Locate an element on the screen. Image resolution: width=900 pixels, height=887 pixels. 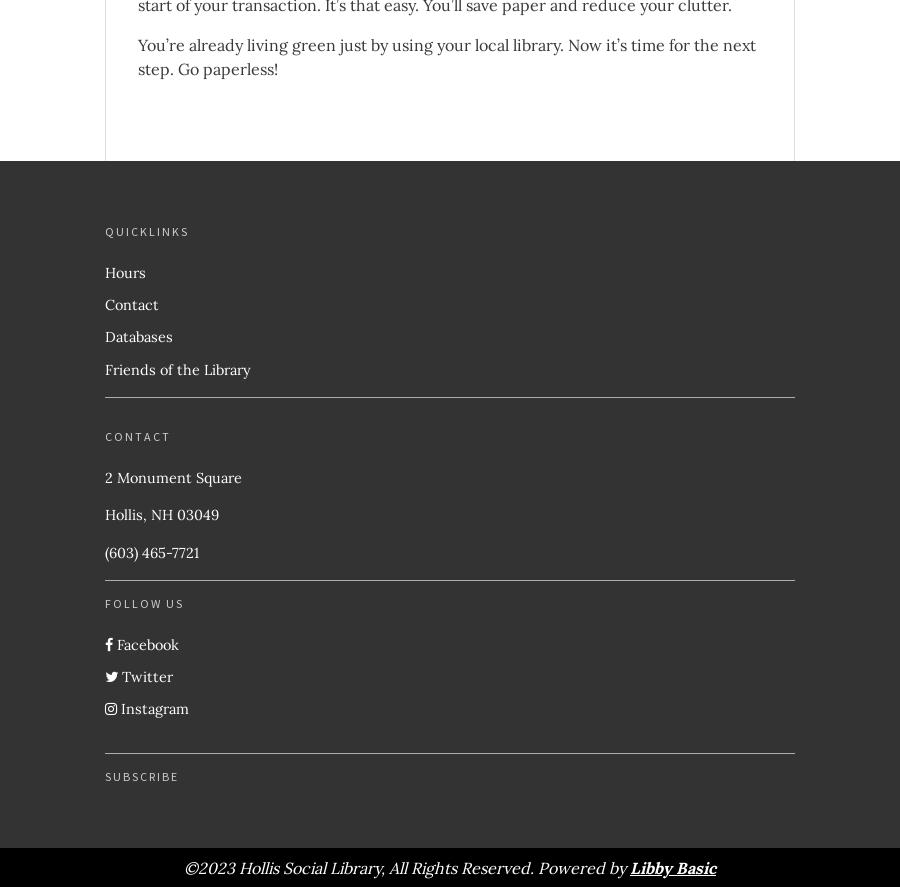
'Subscribe' is located at coordinates (104, 775).